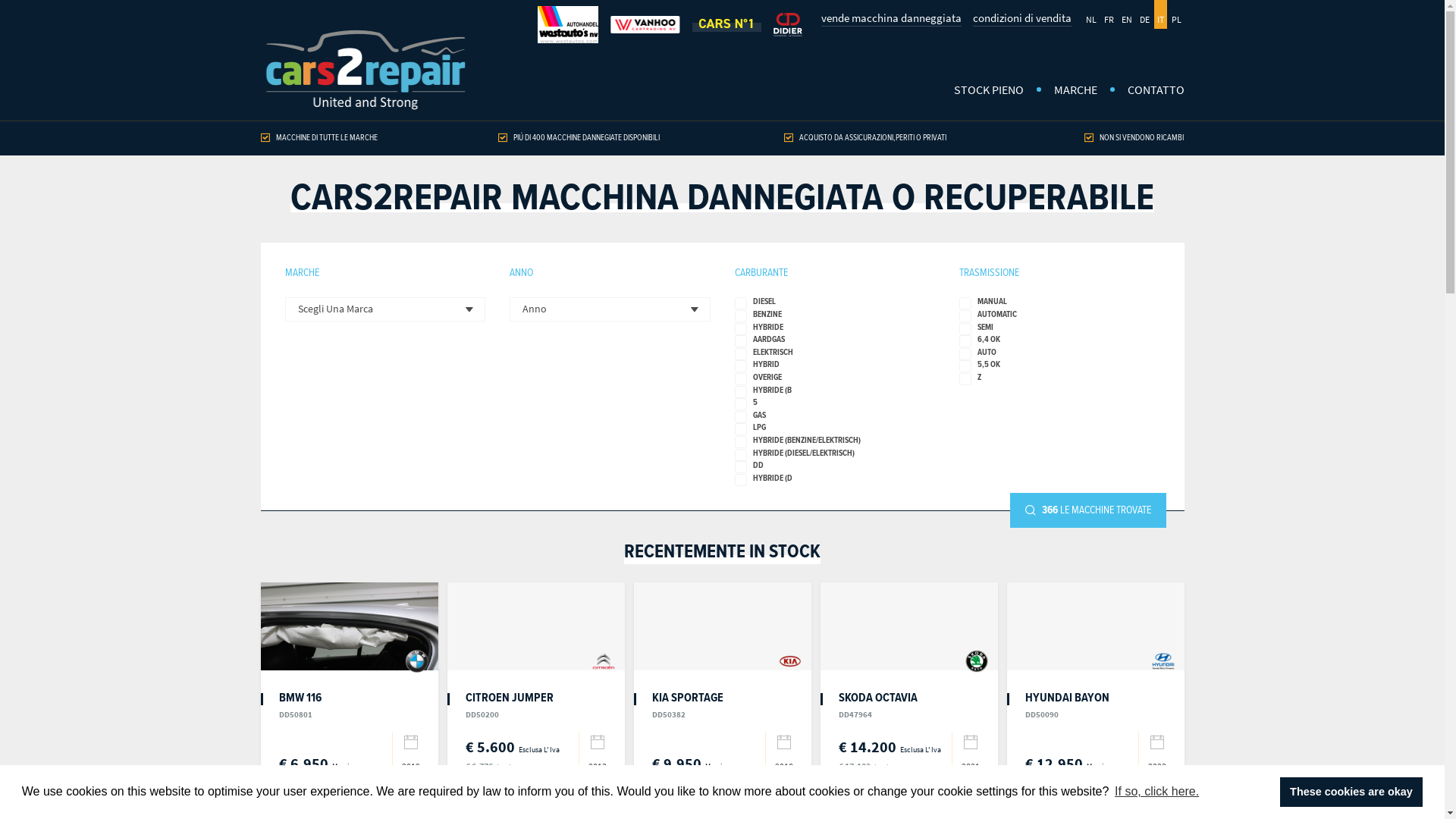  What do you see at coordinates (1075, 90) in the screenshot?
I see `'MARCHE'` at bounding box center [1075, 90].